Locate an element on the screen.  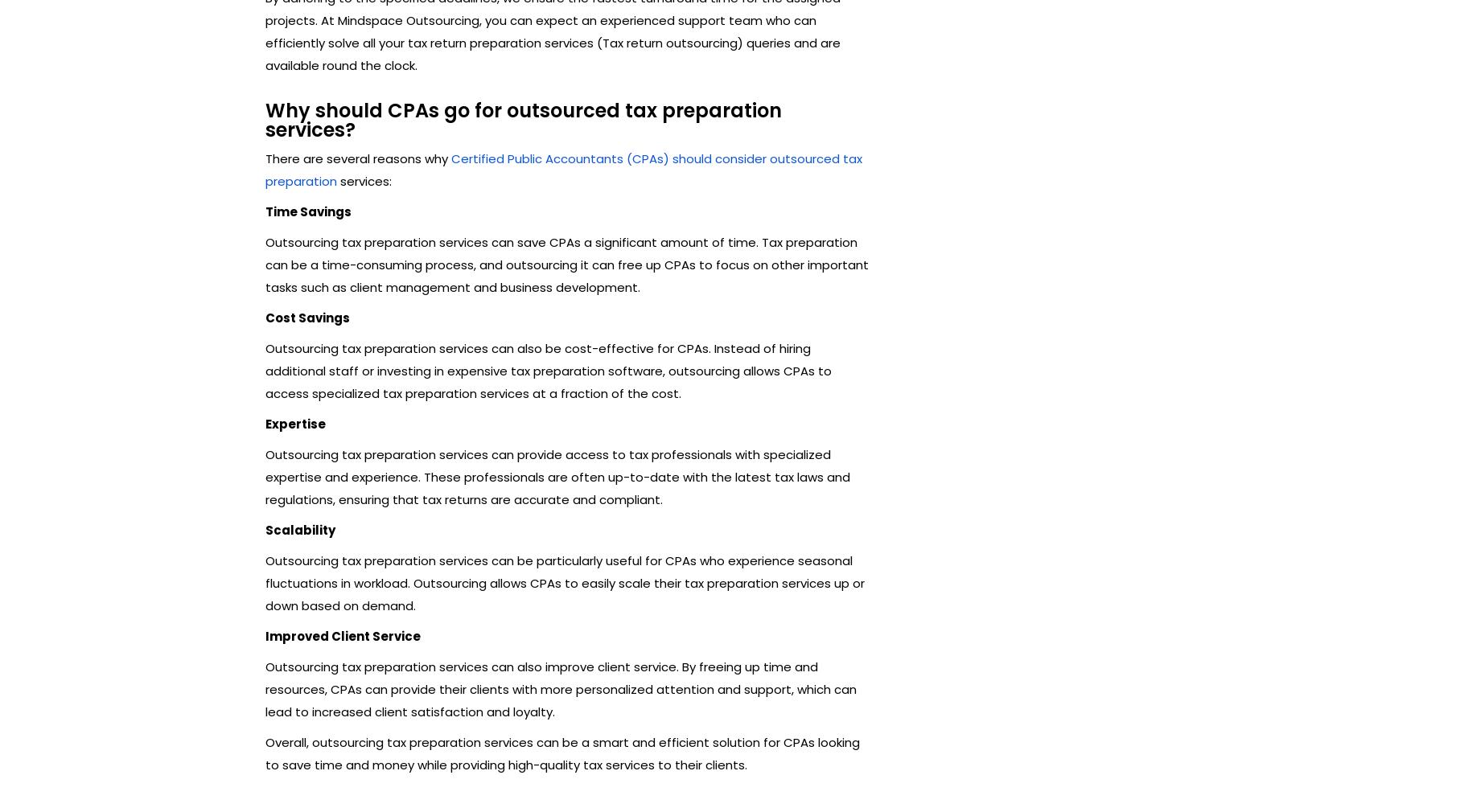
'Outsourcing tax preparation services can be particularly useful for CPAs who experience seasonal fluctuations in workload. Outsourcing allows CPAs to easily scale their tax preparation services up or down based on demand.' is located at coordinates (264, 581).